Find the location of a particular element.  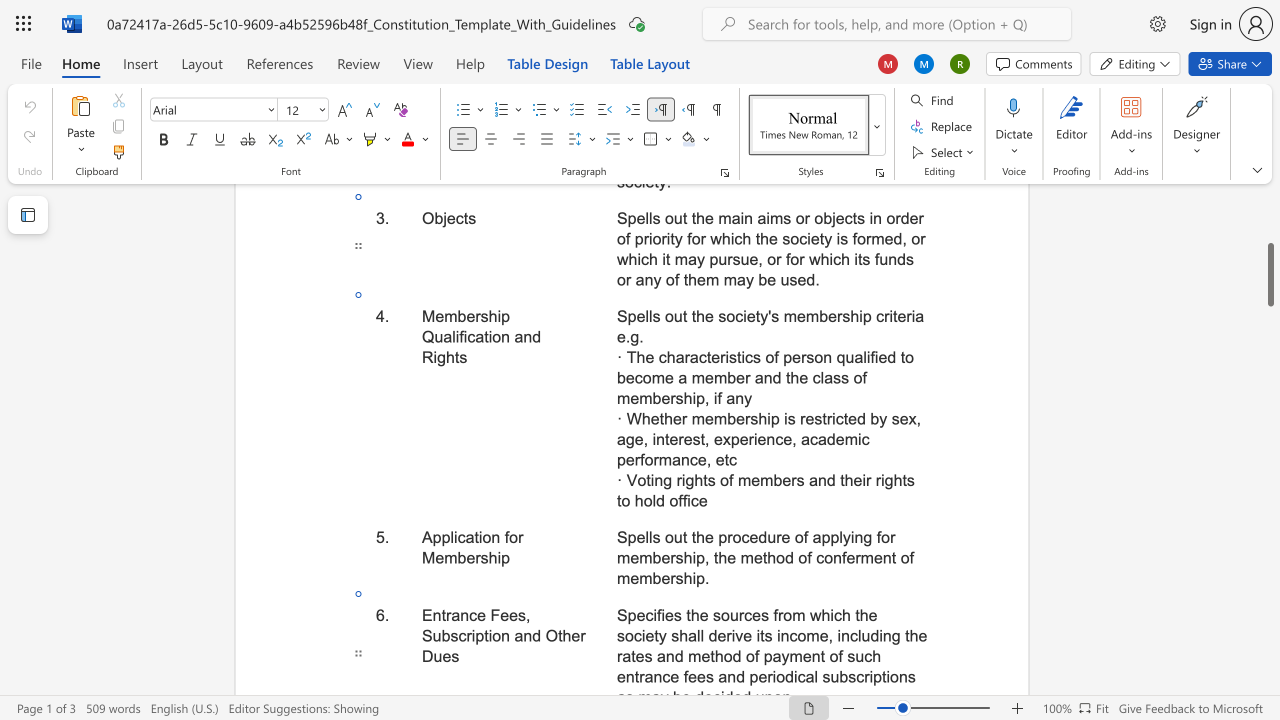

the space between the continuous character "f" and "o" in the text is located at coordinates (510, 536).